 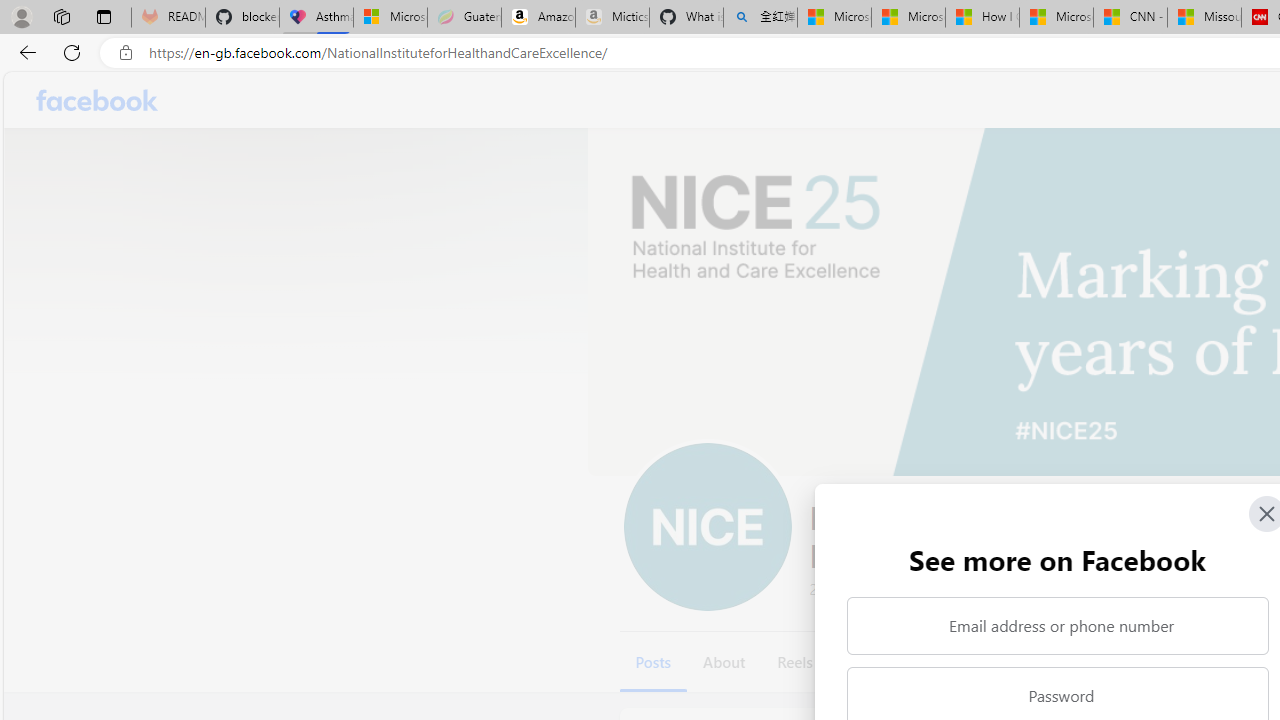 What do you see at coordinates (96, 100) in the screenshot?
I see `'Facebook'` at bounding box center [96, 100].